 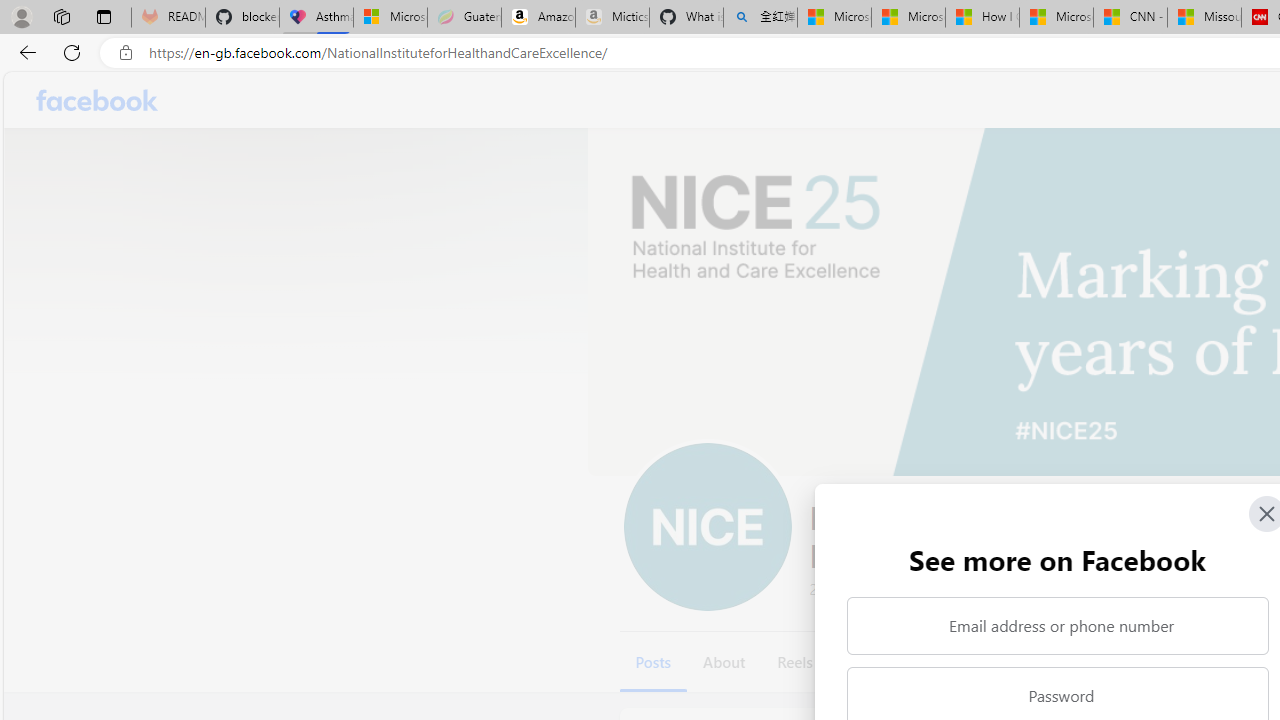 What do you see at coordinates (96, 100) in the screenshot?
I see `'Facebook'` at bounding box center [96, 100].